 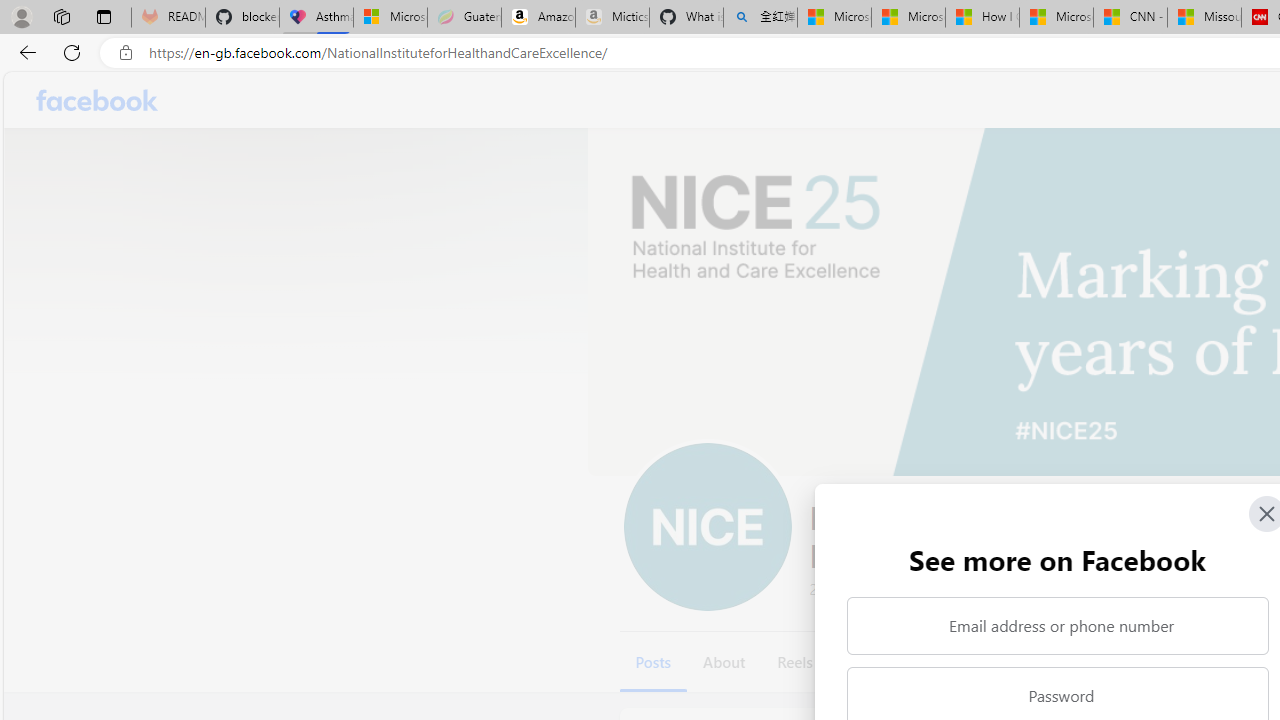 What do you see at coordinates (96, 100) in the screenshot?
I see `'Facebook'` at bounding box center [96, 100].